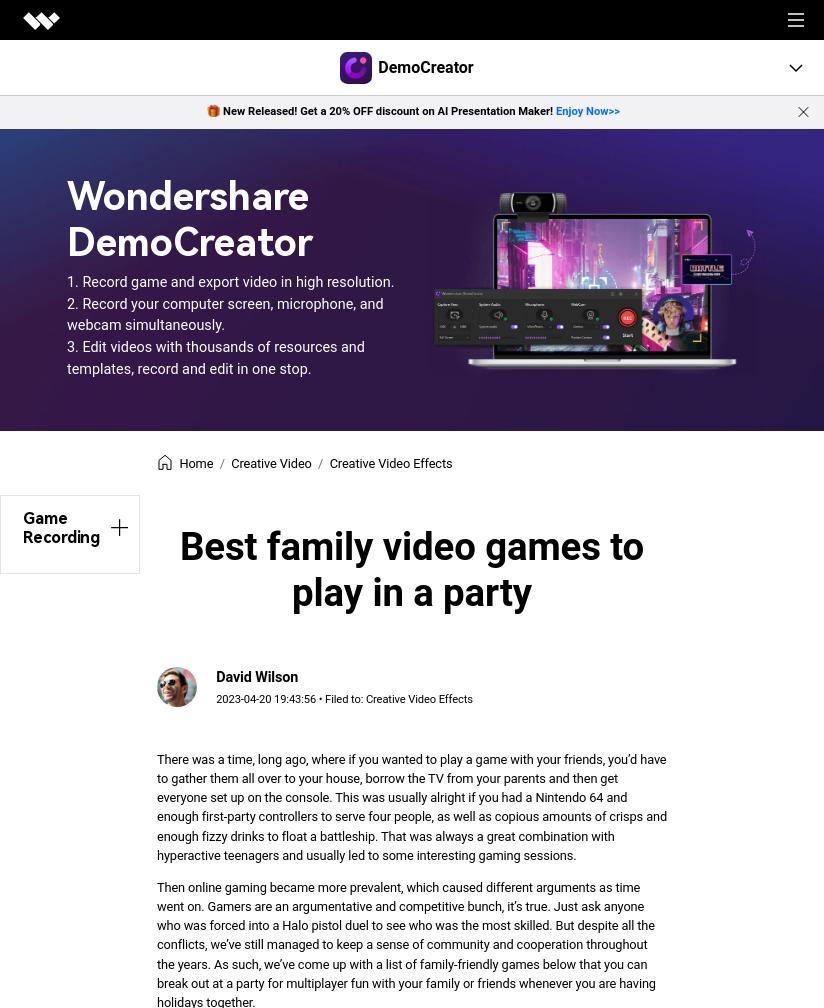  I want to click on '1. Record game and export video in high resolution.', so click(229, 282).